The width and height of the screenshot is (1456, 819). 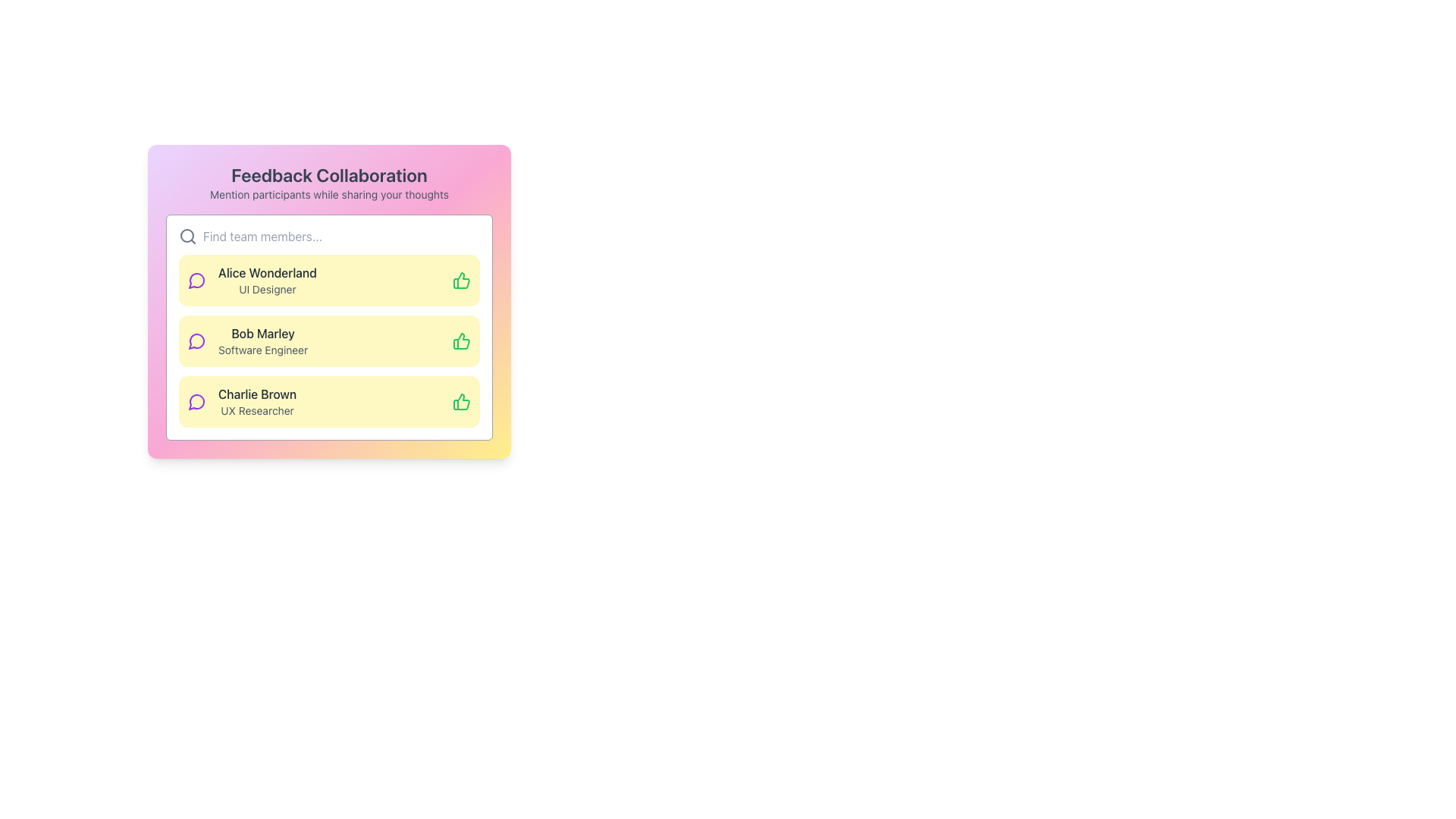 What do you see at coordinates (196, 341) in the screenshot?
I see `the lower-left part of the SVG graphic representing a message bubble, which is adjacent to the name 'Bob Marley' in the feedback collaboration component` at bounding box center [196, 341].